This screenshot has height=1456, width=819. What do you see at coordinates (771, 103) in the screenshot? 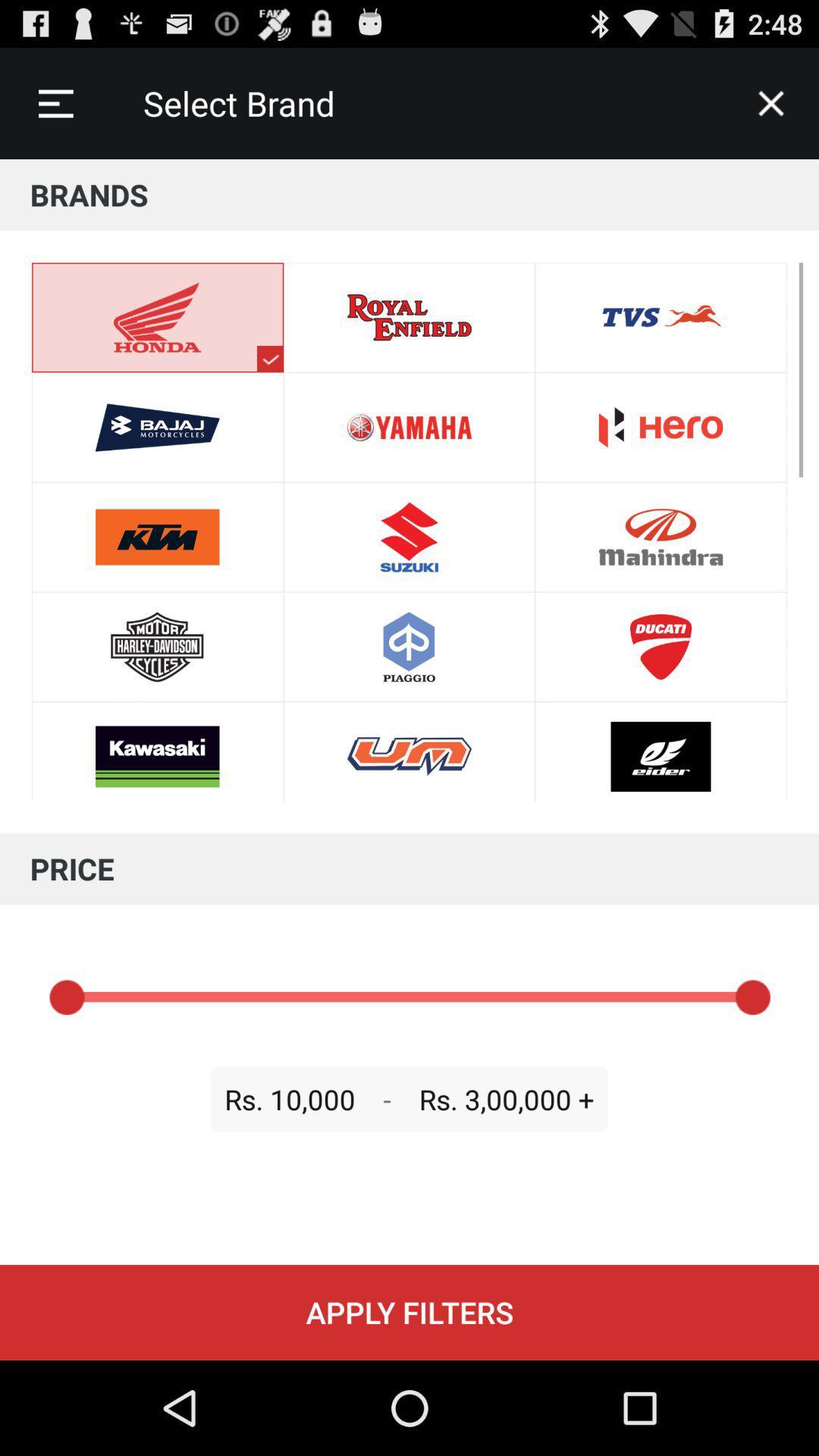
I see `the close button at the top right corner of the page` at bounding box center [771, 103].